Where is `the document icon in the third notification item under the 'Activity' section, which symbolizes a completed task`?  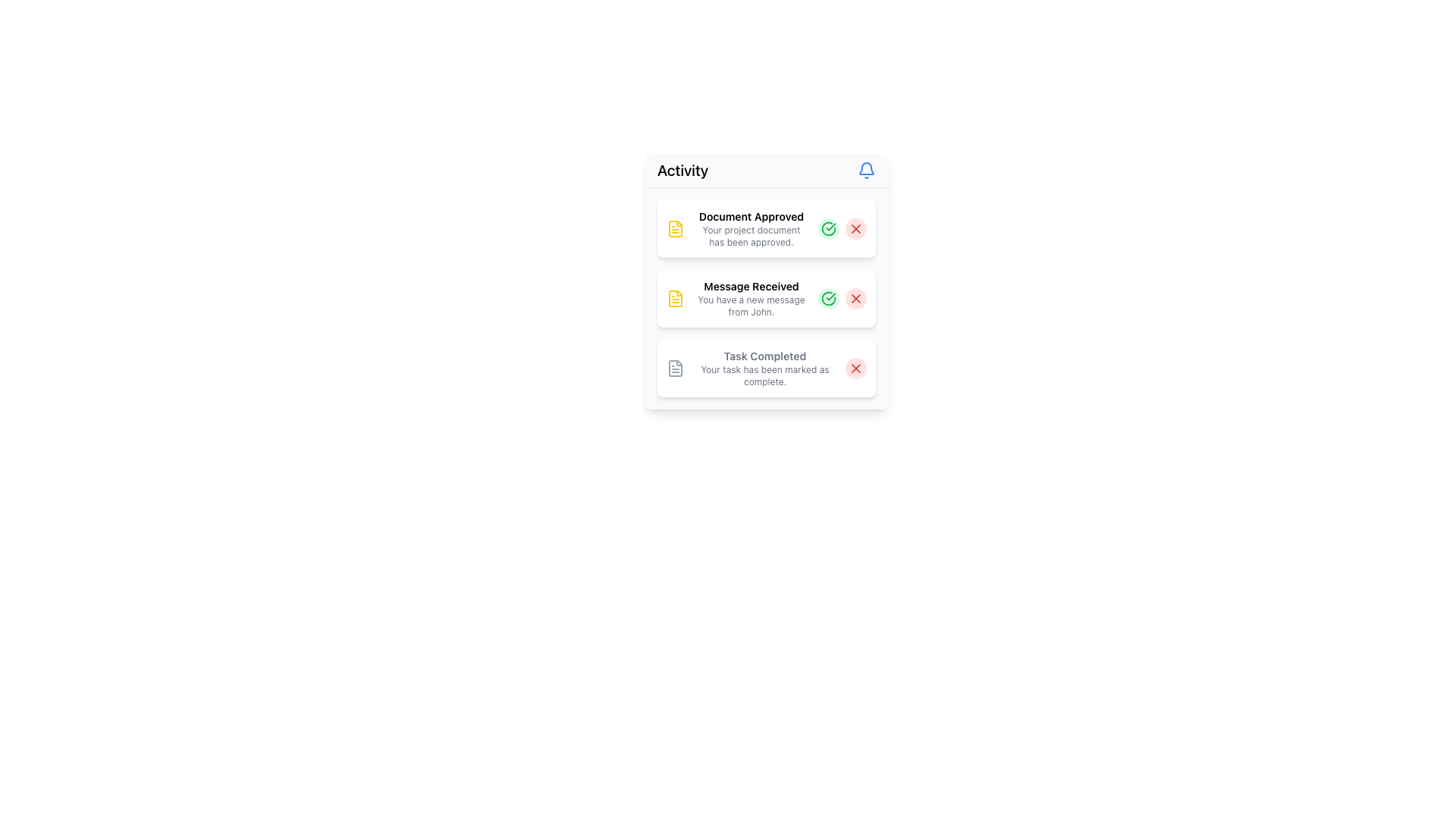 the document icon in the third notification item under the 'Activity' section, which symbolizes a completed task is located at coordinates (675, 369).